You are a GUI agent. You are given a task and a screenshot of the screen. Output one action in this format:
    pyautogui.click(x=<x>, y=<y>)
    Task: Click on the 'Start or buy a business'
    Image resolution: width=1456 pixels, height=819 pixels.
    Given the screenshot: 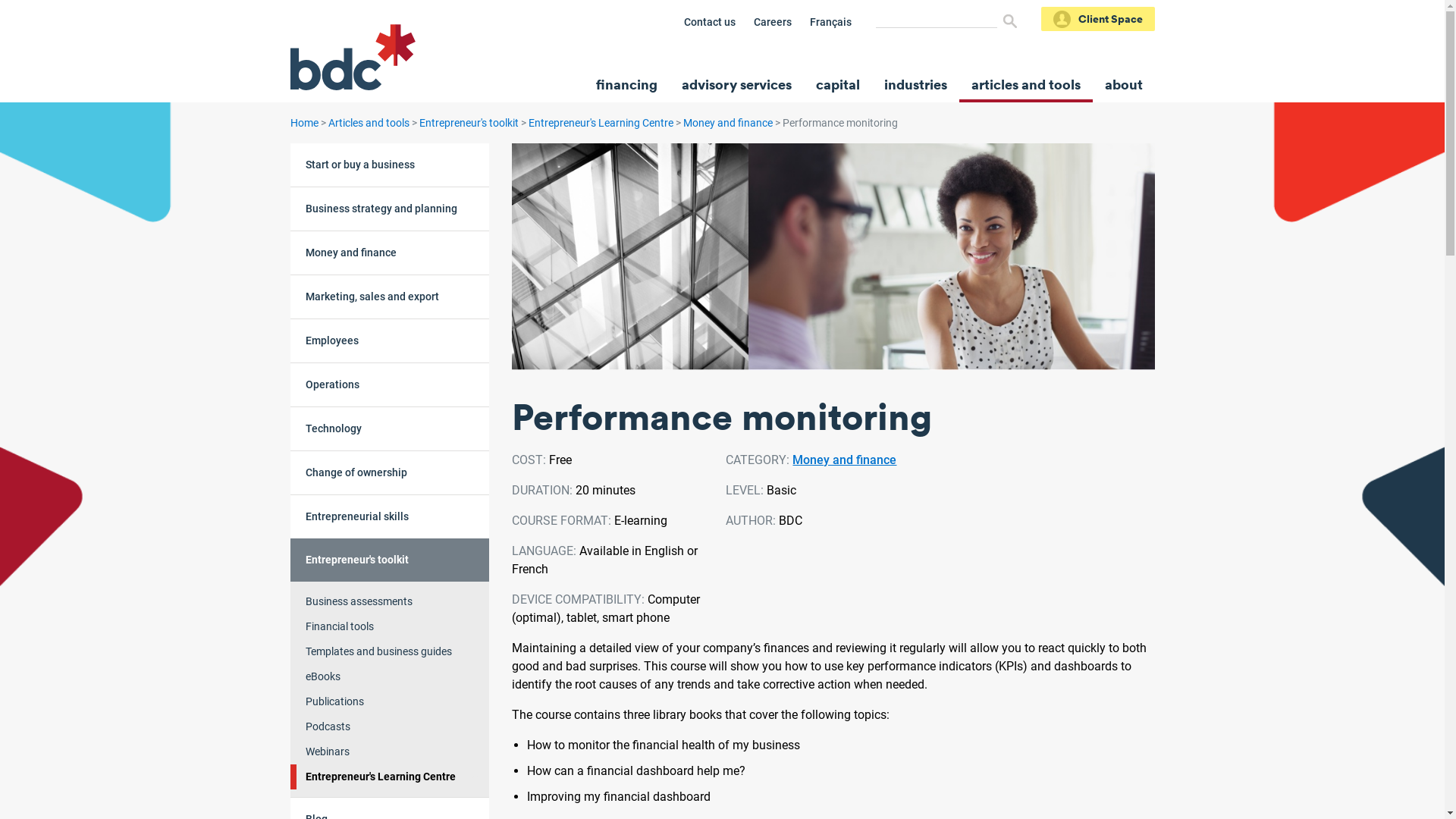 What is the action you would take?
    pyautogui.click(x=290, y=165)
    